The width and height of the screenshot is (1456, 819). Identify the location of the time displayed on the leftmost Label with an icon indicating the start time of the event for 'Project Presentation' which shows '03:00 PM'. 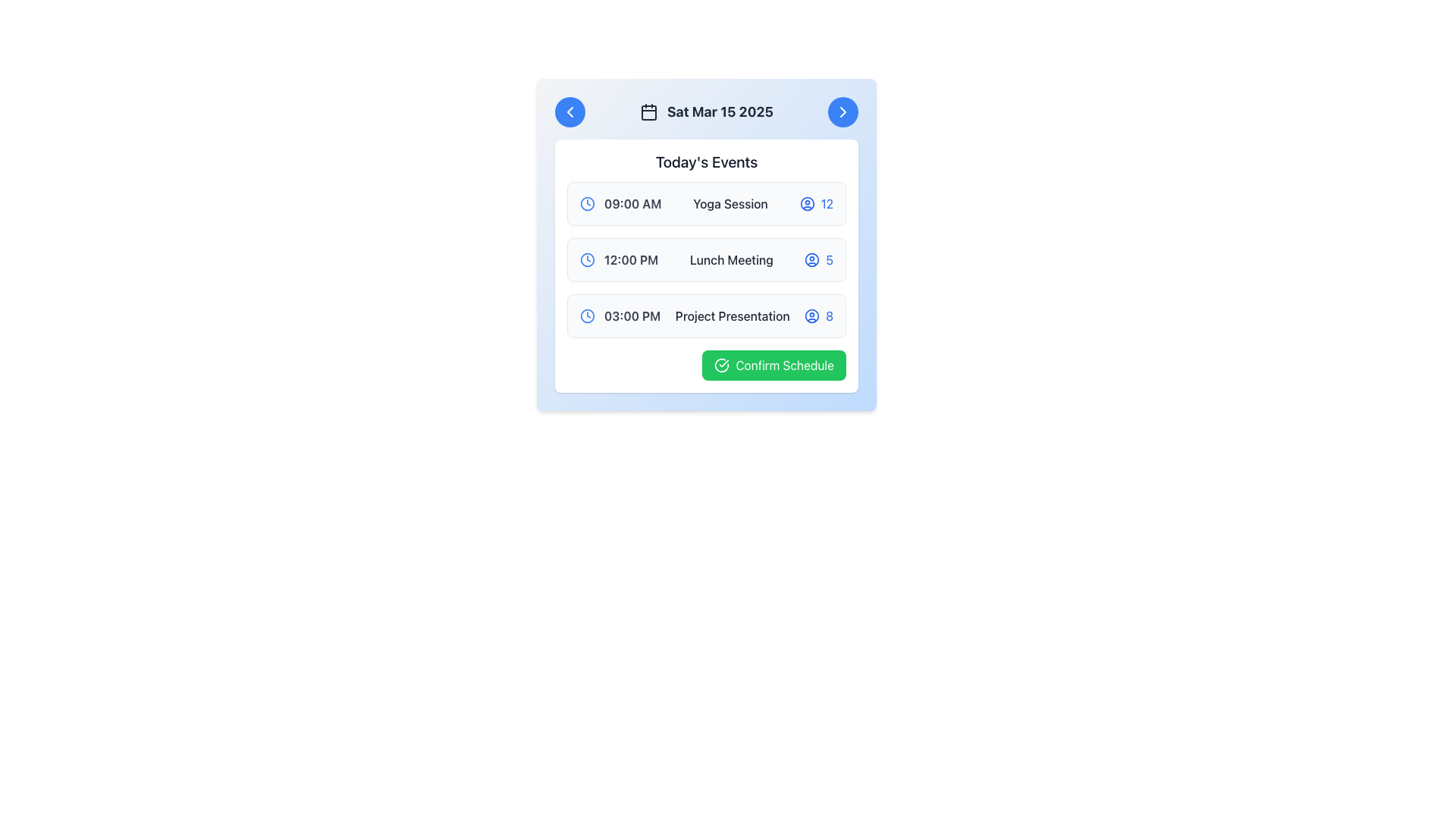
(620, 315).